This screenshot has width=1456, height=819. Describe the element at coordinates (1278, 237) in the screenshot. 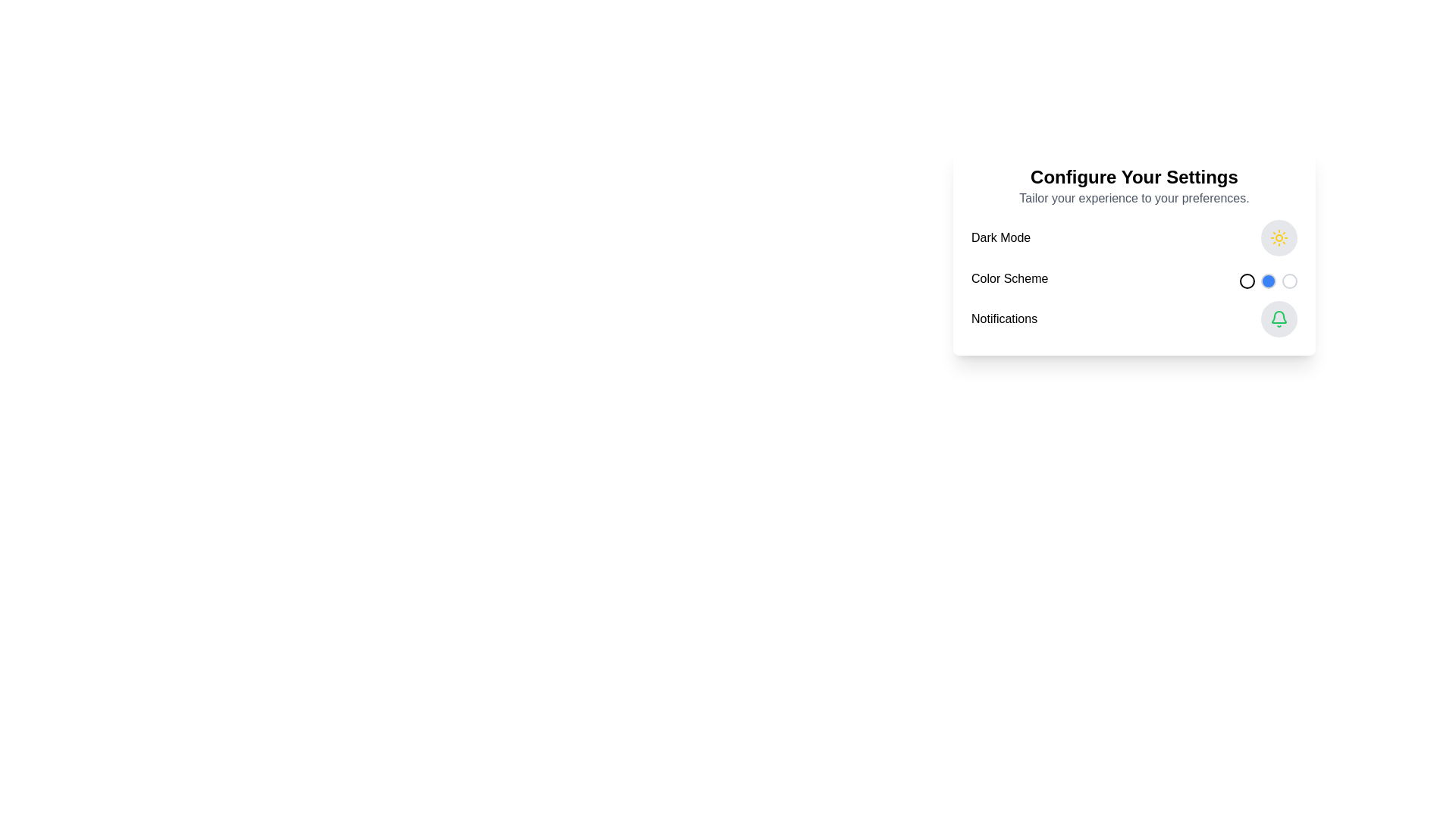

I see `the light mode toggle icon located to the right of the 'Dark Mode' label in the settings panel` at that location.